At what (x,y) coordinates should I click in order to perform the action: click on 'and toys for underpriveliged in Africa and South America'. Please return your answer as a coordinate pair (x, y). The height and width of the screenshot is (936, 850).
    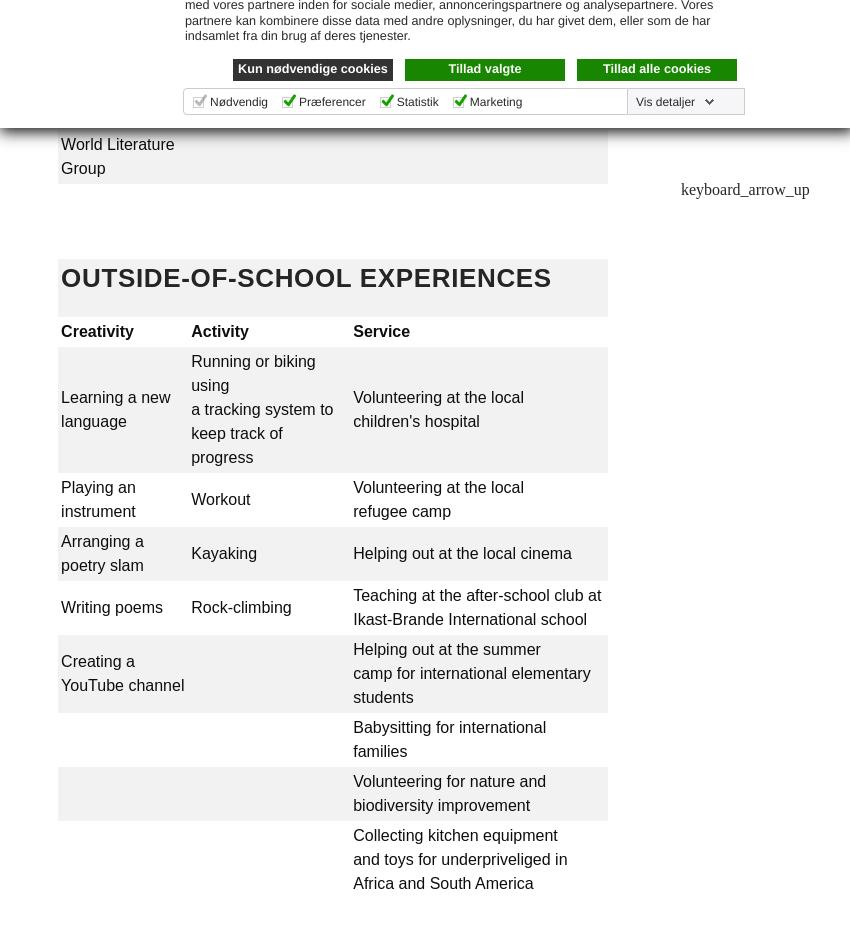
    Looking at the image, I should click on (352, 870).